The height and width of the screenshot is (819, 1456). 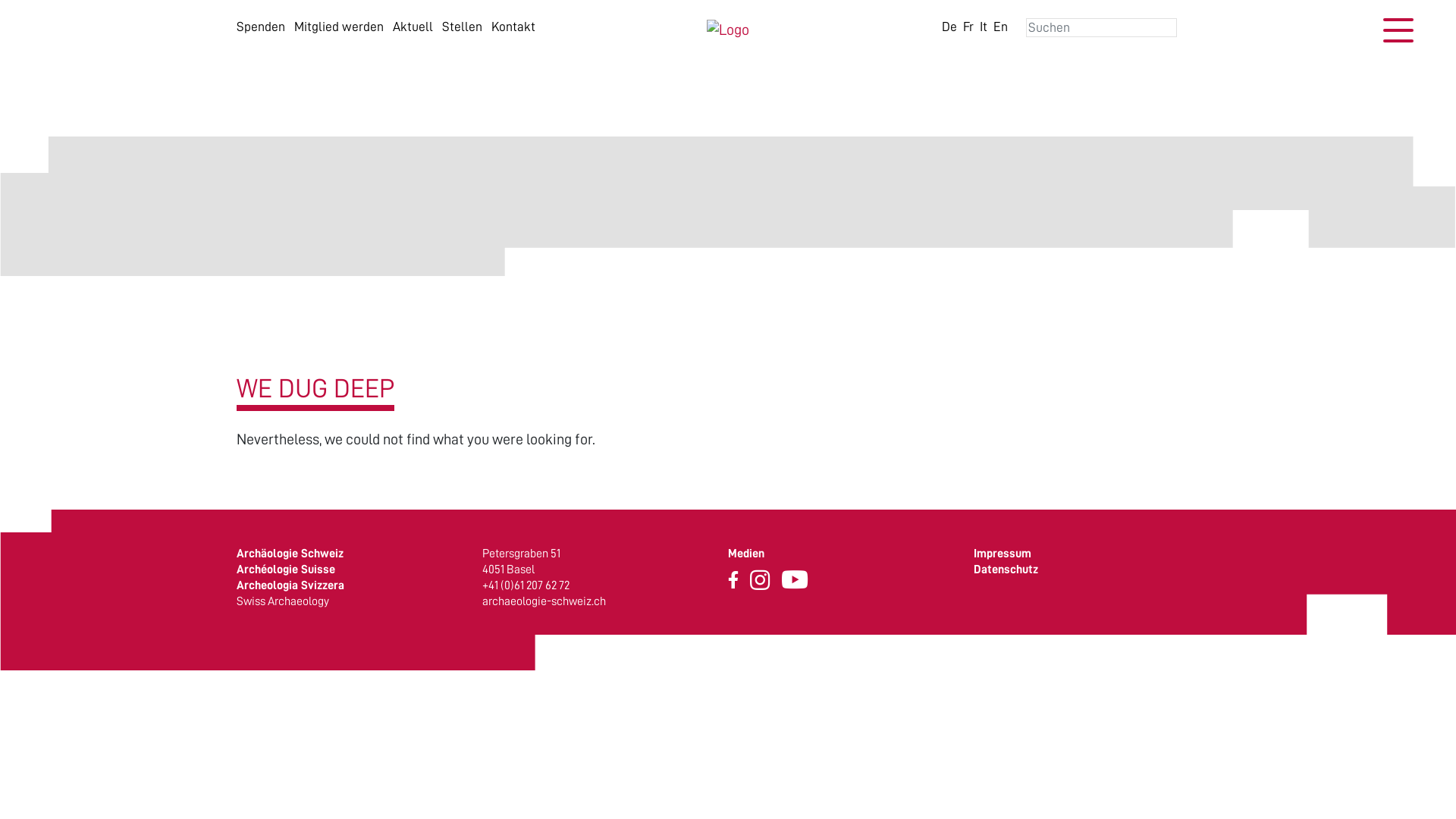 I want to click on 'It', so click(x=983, y=26).